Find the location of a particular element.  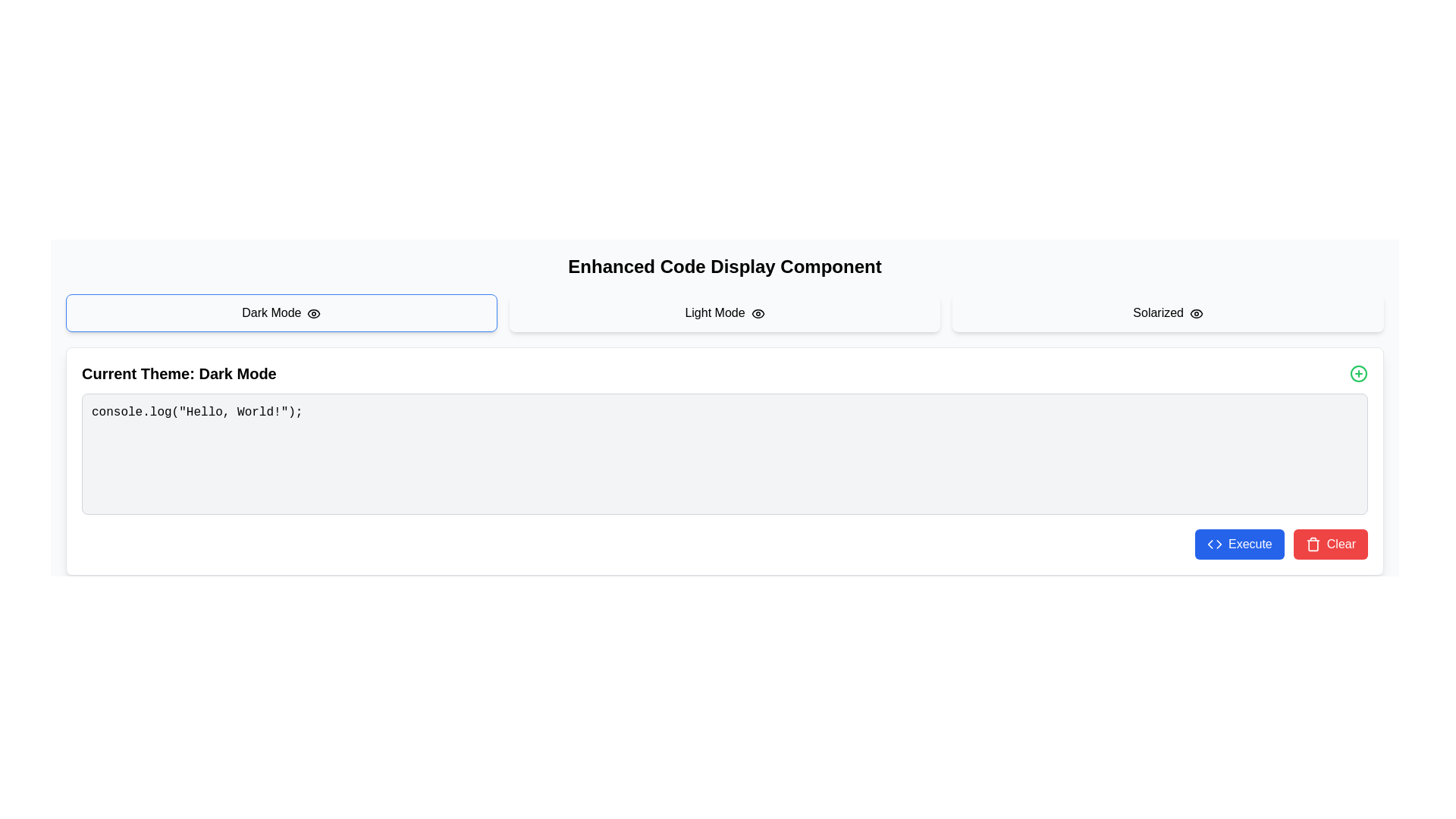

the 'Clear' icon located in the red button at the top-right of the interface is located at coordinates (1312, 543).